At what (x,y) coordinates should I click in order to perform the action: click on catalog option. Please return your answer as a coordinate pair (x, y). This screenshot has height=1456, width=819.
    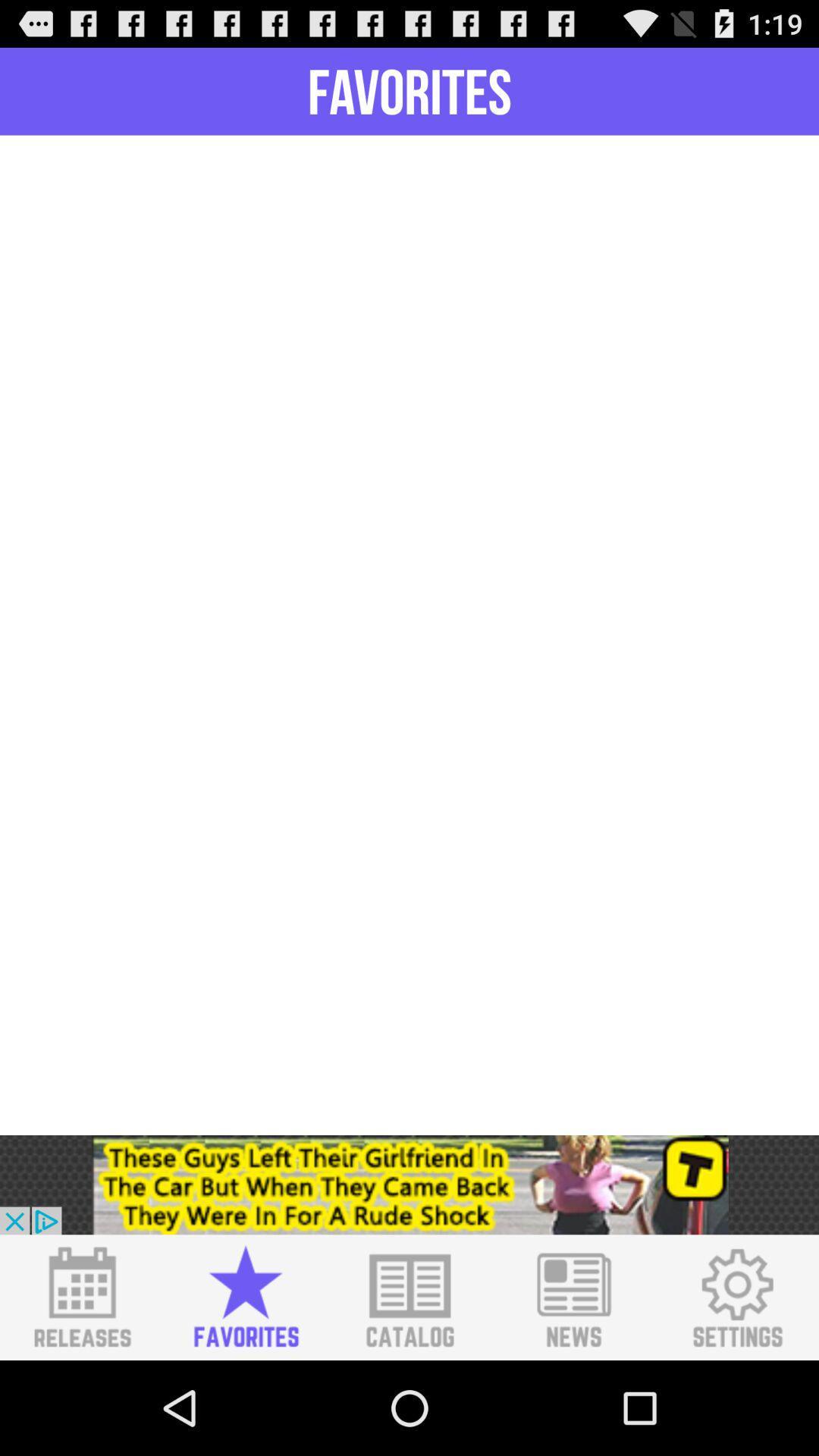
    Looking at the image, I should click on (409, 1297).